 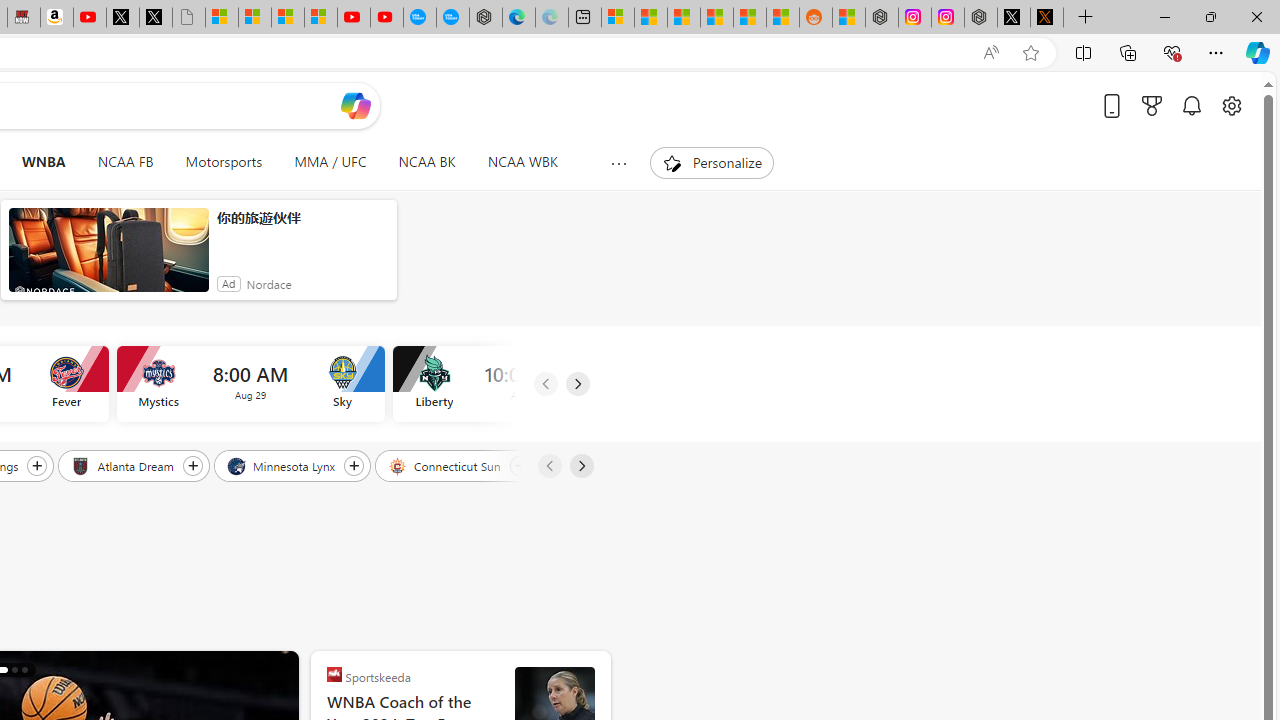 I want to click on 'Follow Atlanta Dream', so click(x=192, y=465).